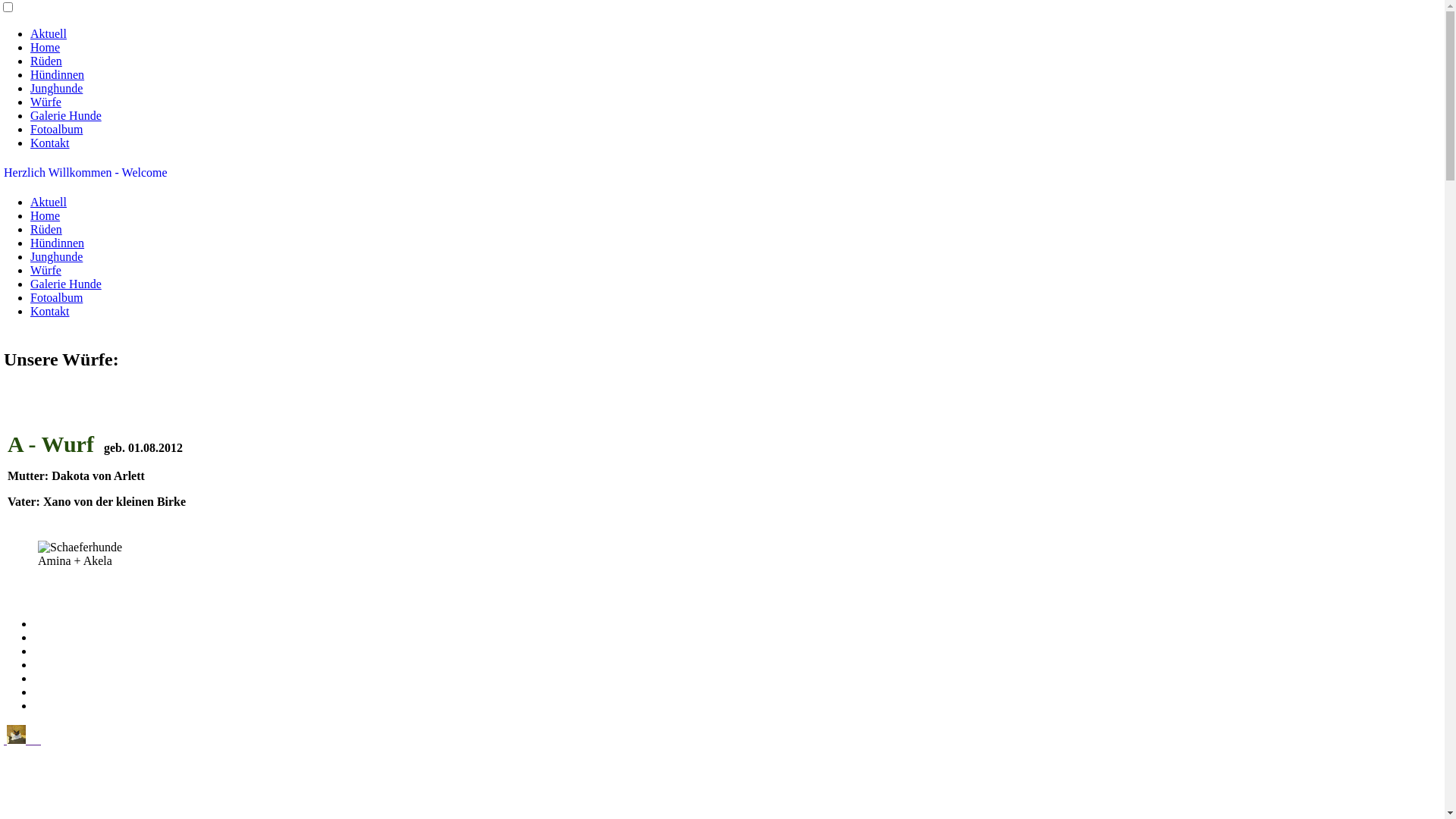 The image size is (1456, 819). What do you see at coordinates (30, 310) in the screenshot?
I see `'Kontakt'` at bounding box center [30, 310].